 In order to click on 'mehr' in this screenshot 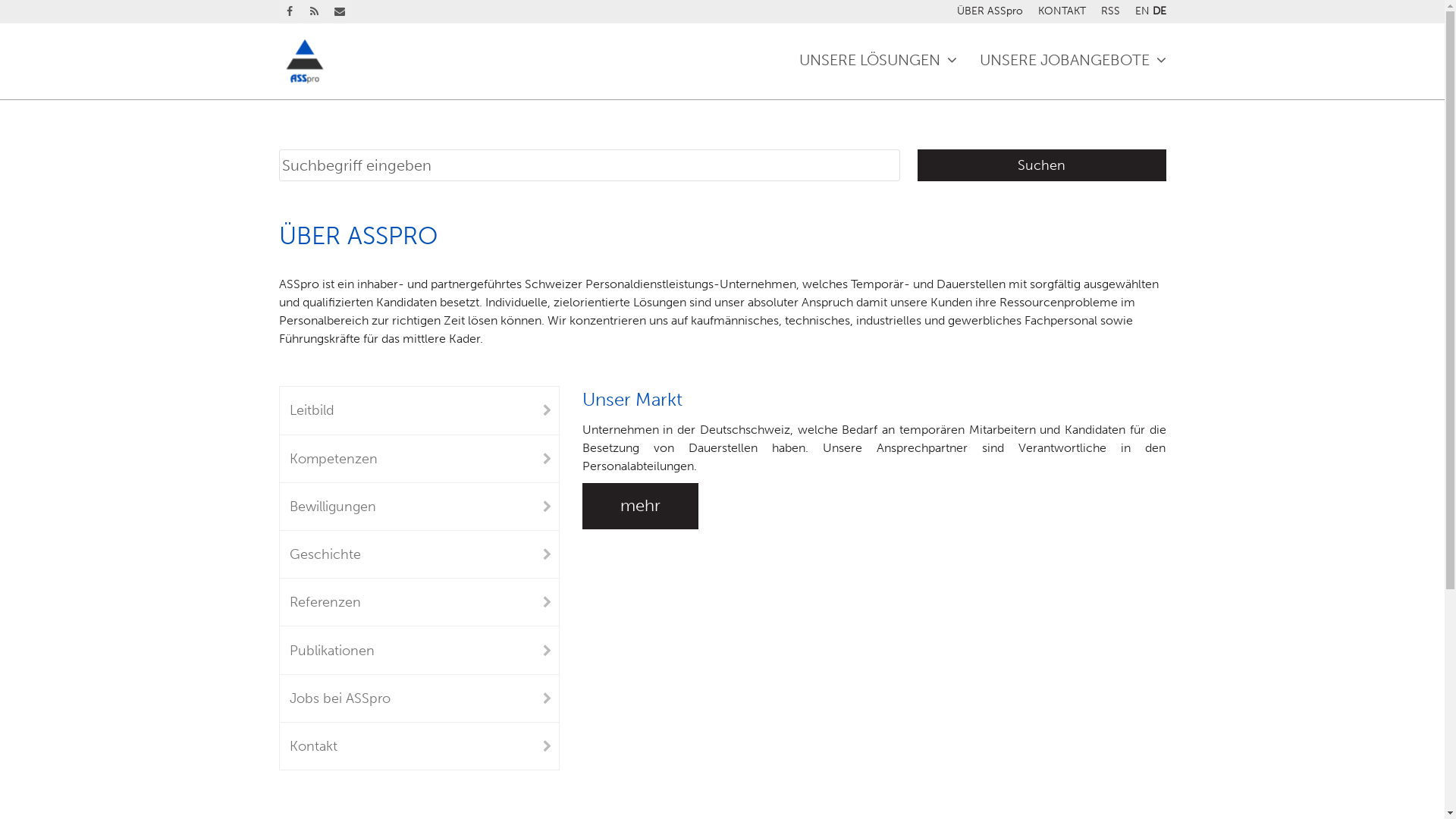, I will do `click(640, 506)`.